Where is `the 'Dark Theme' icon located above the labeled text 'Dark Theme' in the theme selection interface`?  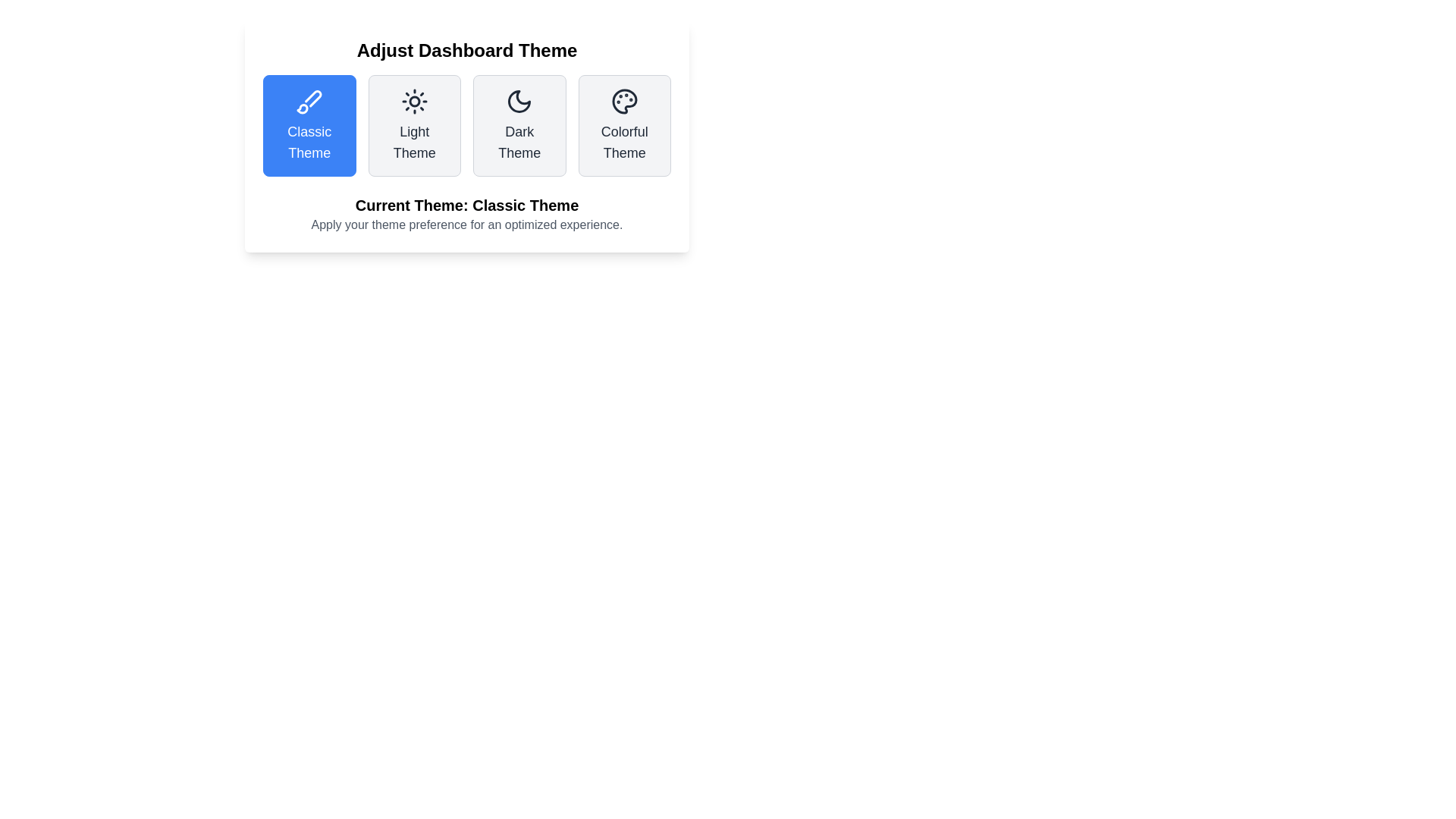 the 'Dark Theme' icon located above the labeled text 'Dark Theme' in the theme selection interface is located at coordinates (519, 102).